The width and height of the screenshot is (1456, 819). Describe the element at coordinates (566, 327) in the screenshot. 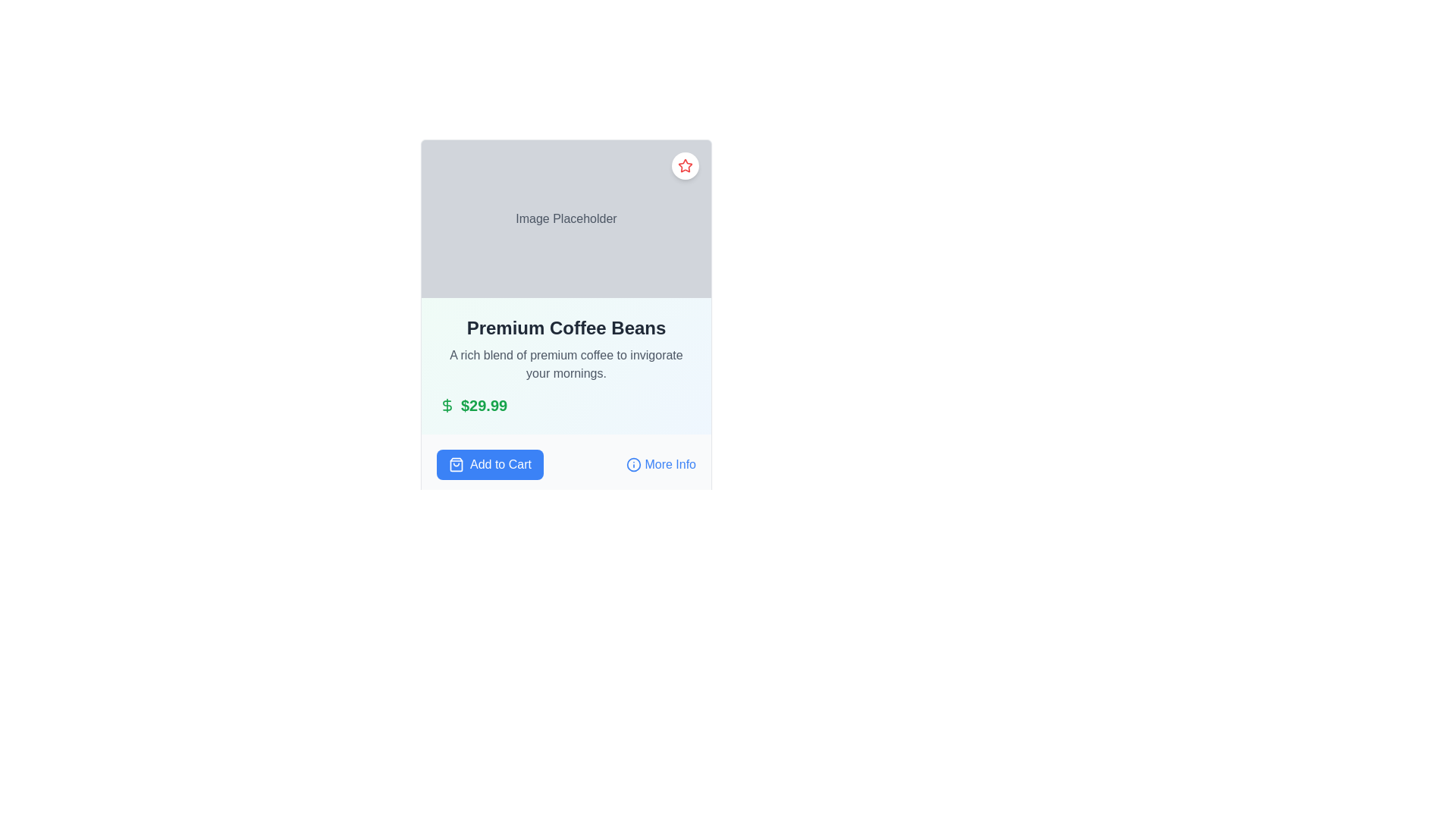

I see `the Text Label that serves as a descriptive title for the product, located at the center of the card layout above the description and price label` at that location.